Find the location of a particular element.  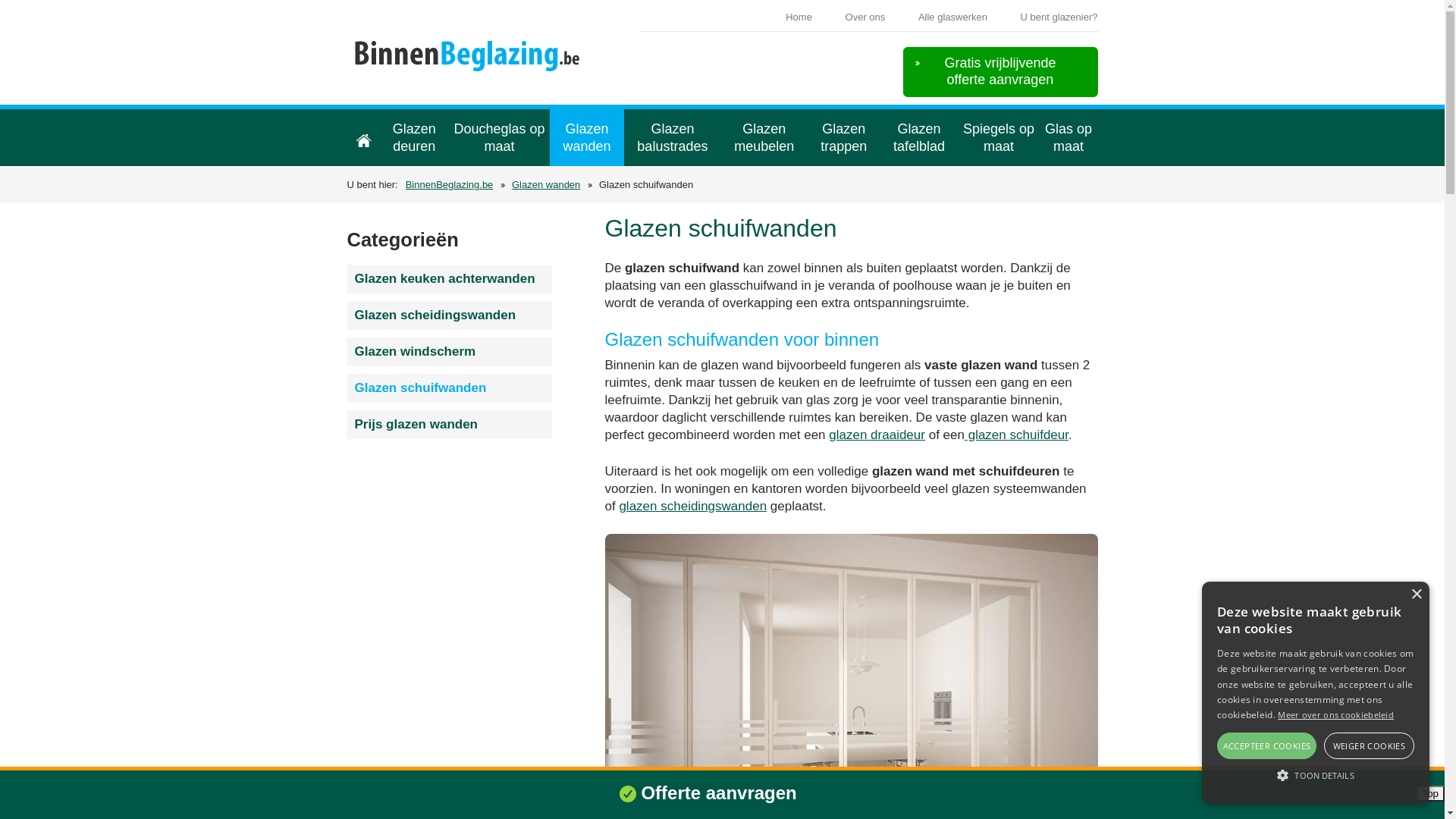

'Gratis vrijblijvende offerte aanvragen' is located at coordinates (902, 72).